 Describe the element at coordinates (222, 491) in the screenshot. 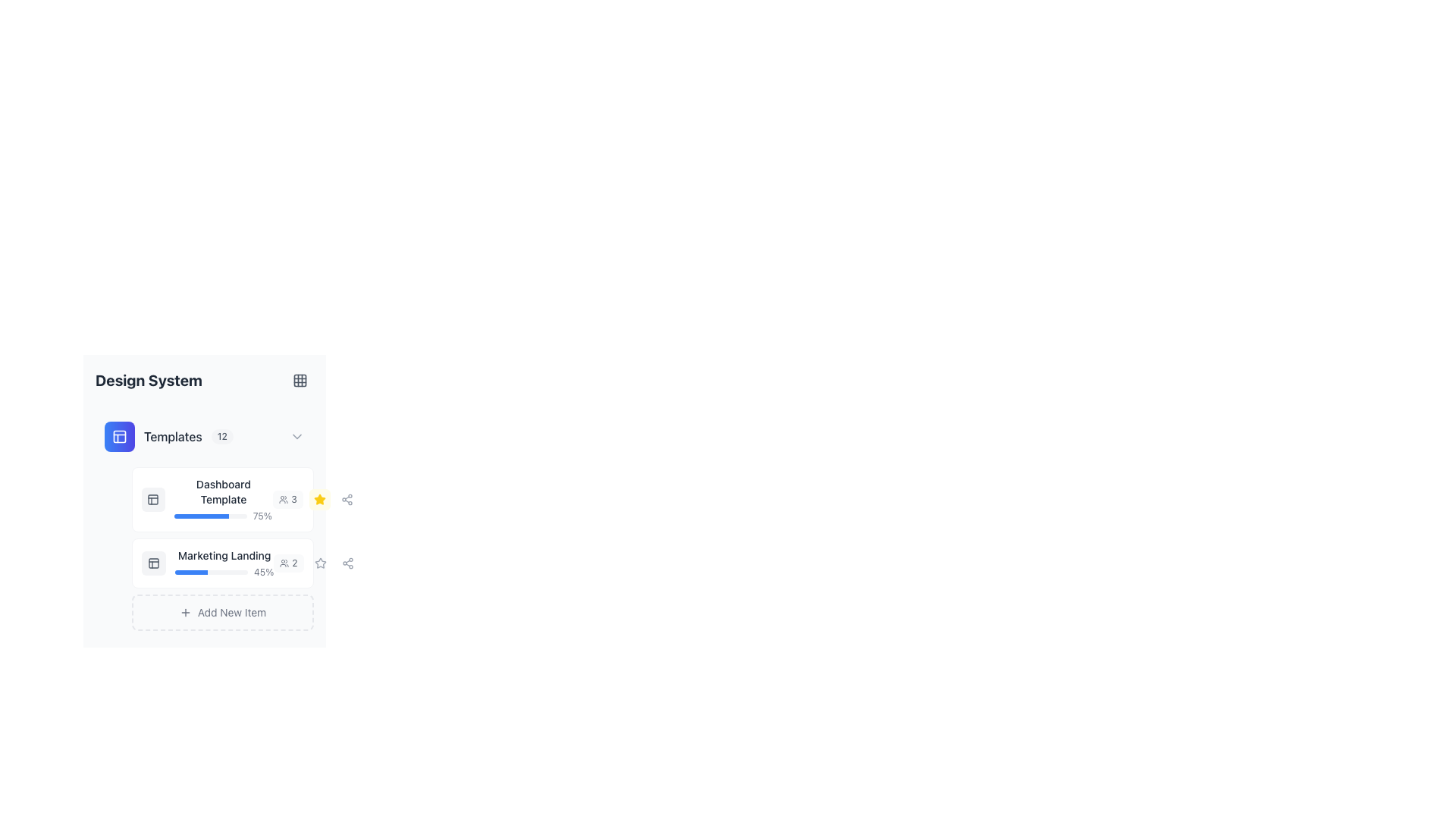

I see `text label displaying 'Dashboard Template' located at the top of the card component in the 'Templates' section` at that location.